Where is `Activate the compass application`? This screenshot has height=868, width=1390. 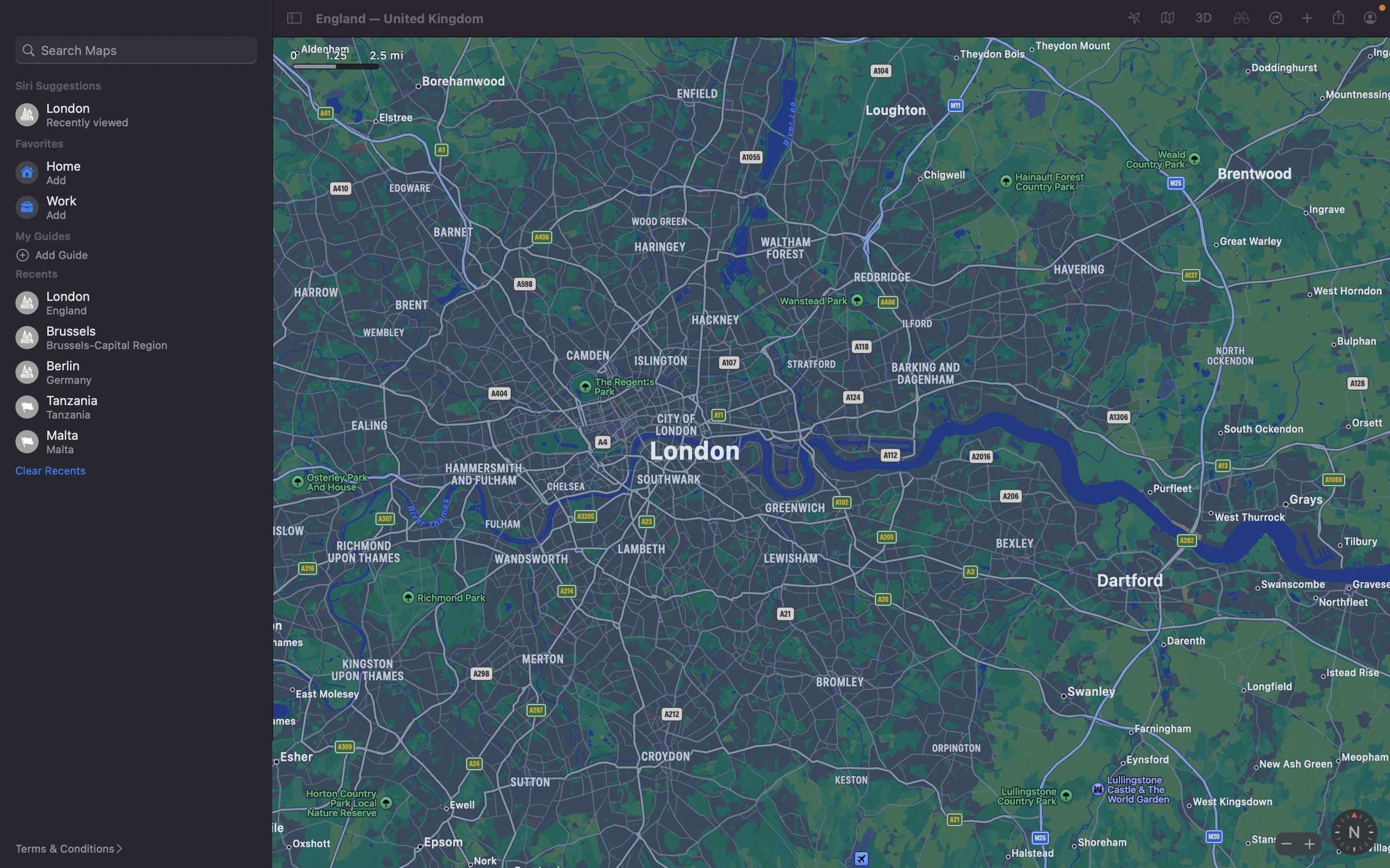 Activate the compass application is located at coordinates (1353, 832).